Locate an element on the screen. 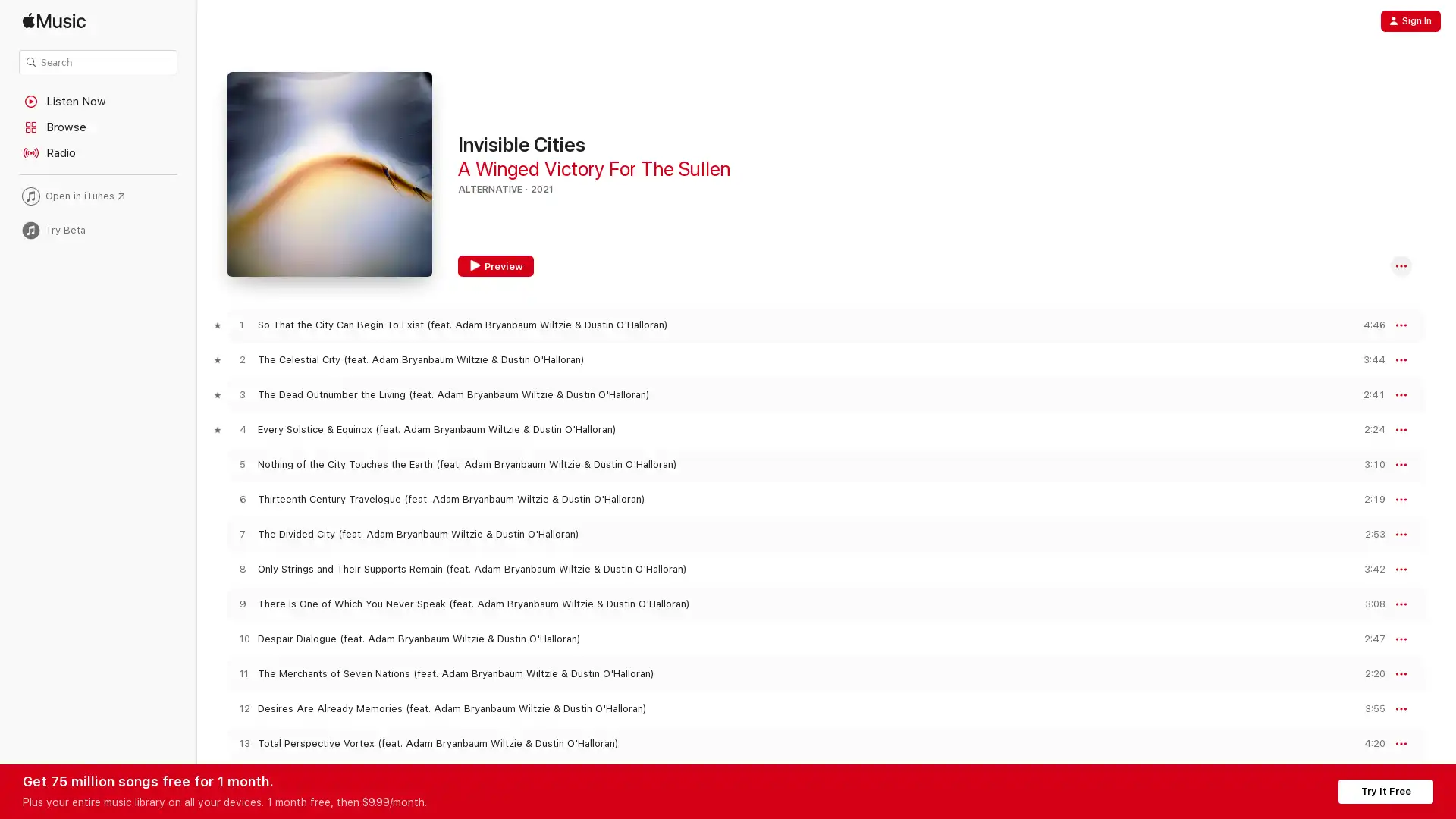 The image size is (1456, 819). Play is located at coordinates (241, 742).